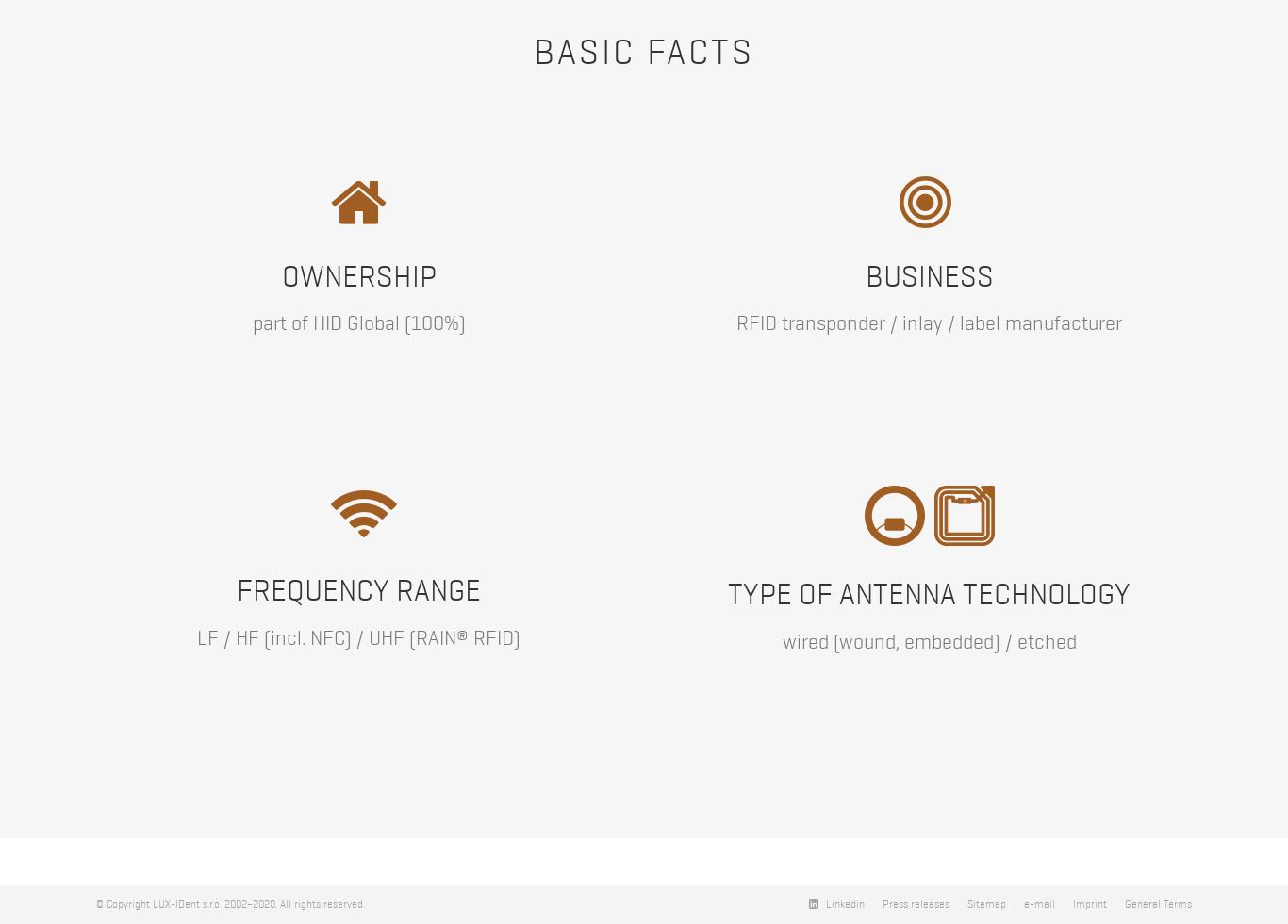 The image size is (1288, 924). I want to click on 'BUSINESS', so click(864, 275).